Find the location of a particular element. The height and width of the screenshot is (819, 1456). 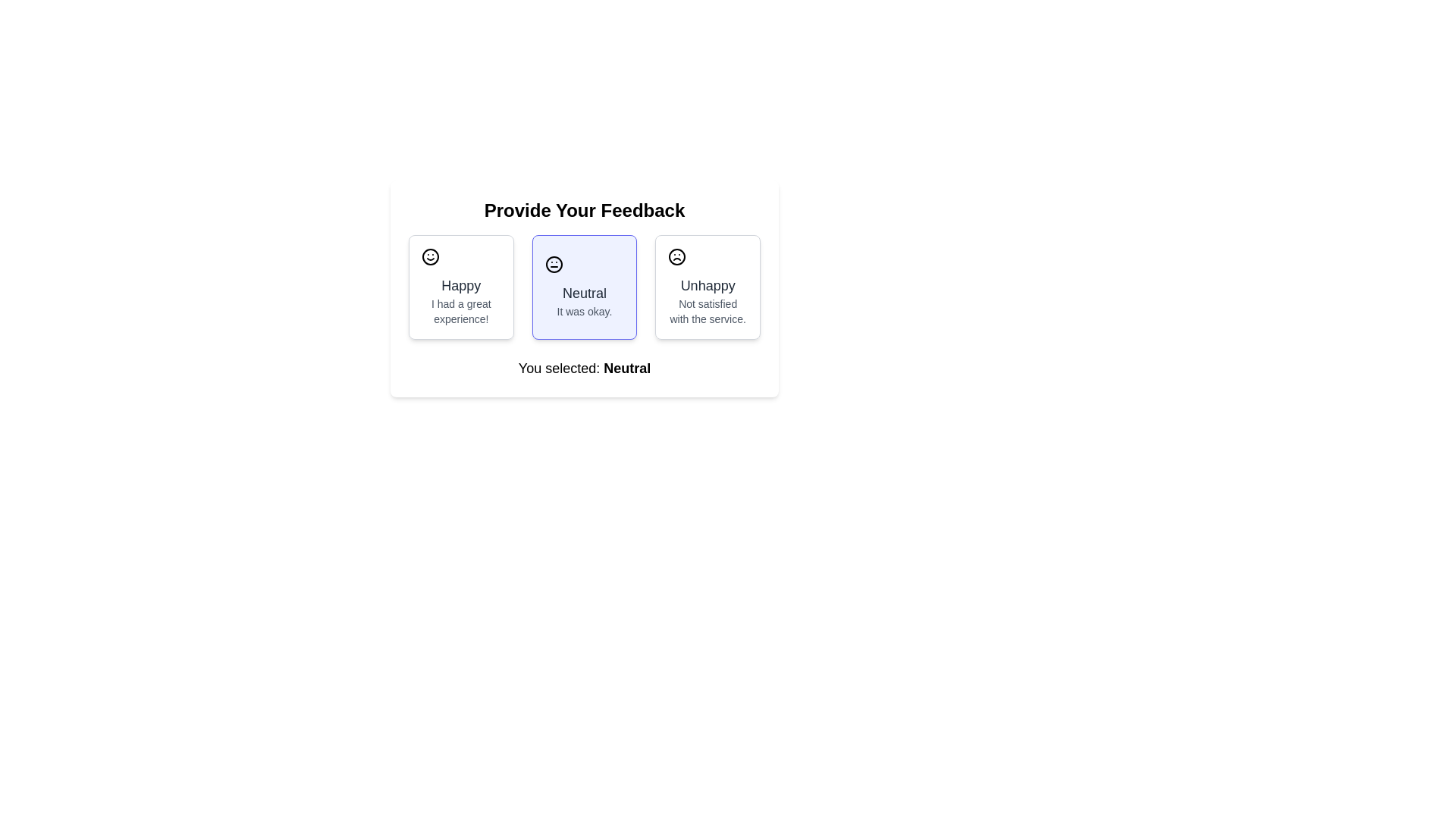

the neutral face icon in the feedback selection interface is located at coordinates (553, 263).